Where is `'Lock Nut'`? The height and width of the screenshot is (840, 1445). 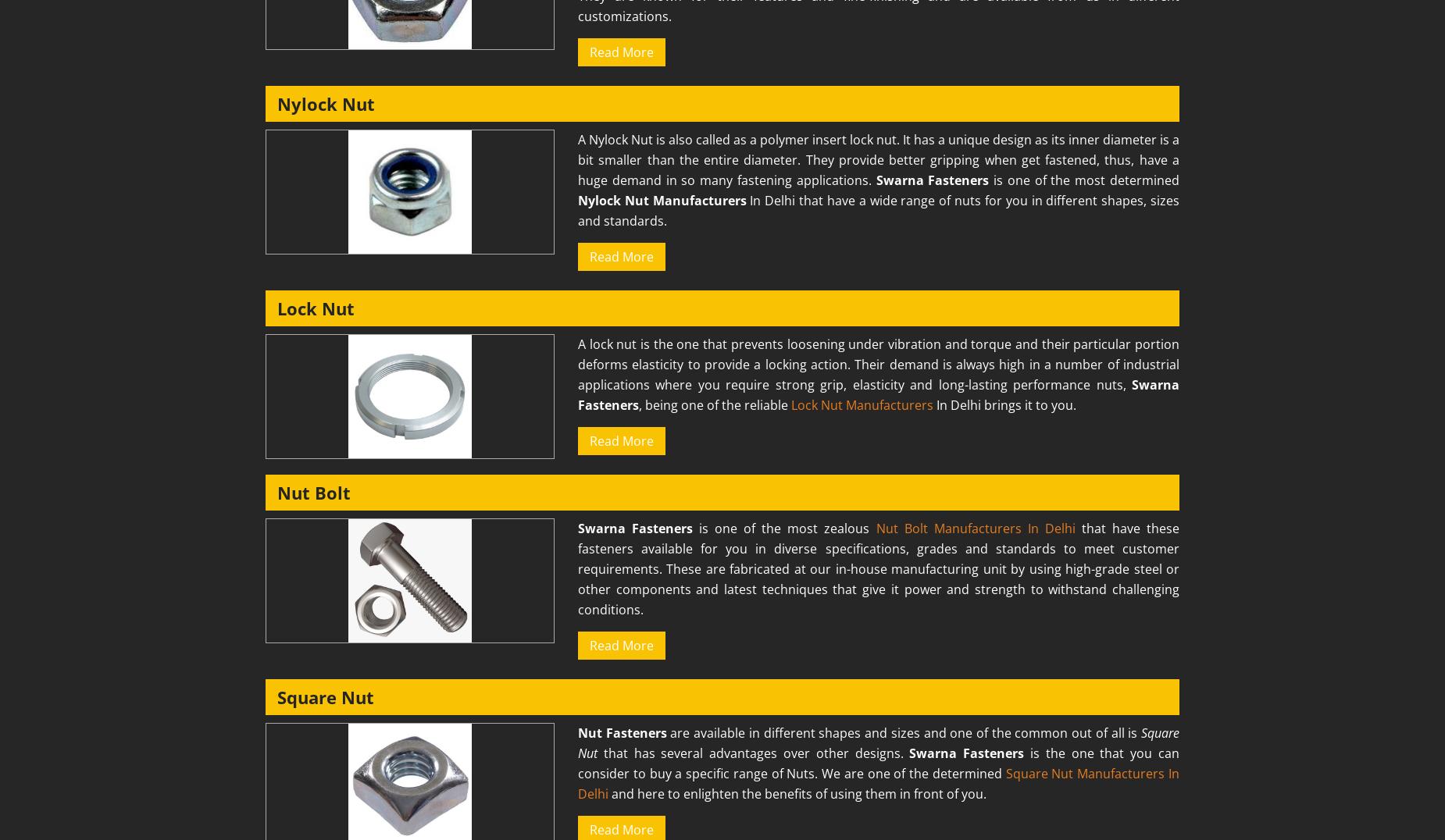
'Lock Nut' is located at coordinates (277, 307).